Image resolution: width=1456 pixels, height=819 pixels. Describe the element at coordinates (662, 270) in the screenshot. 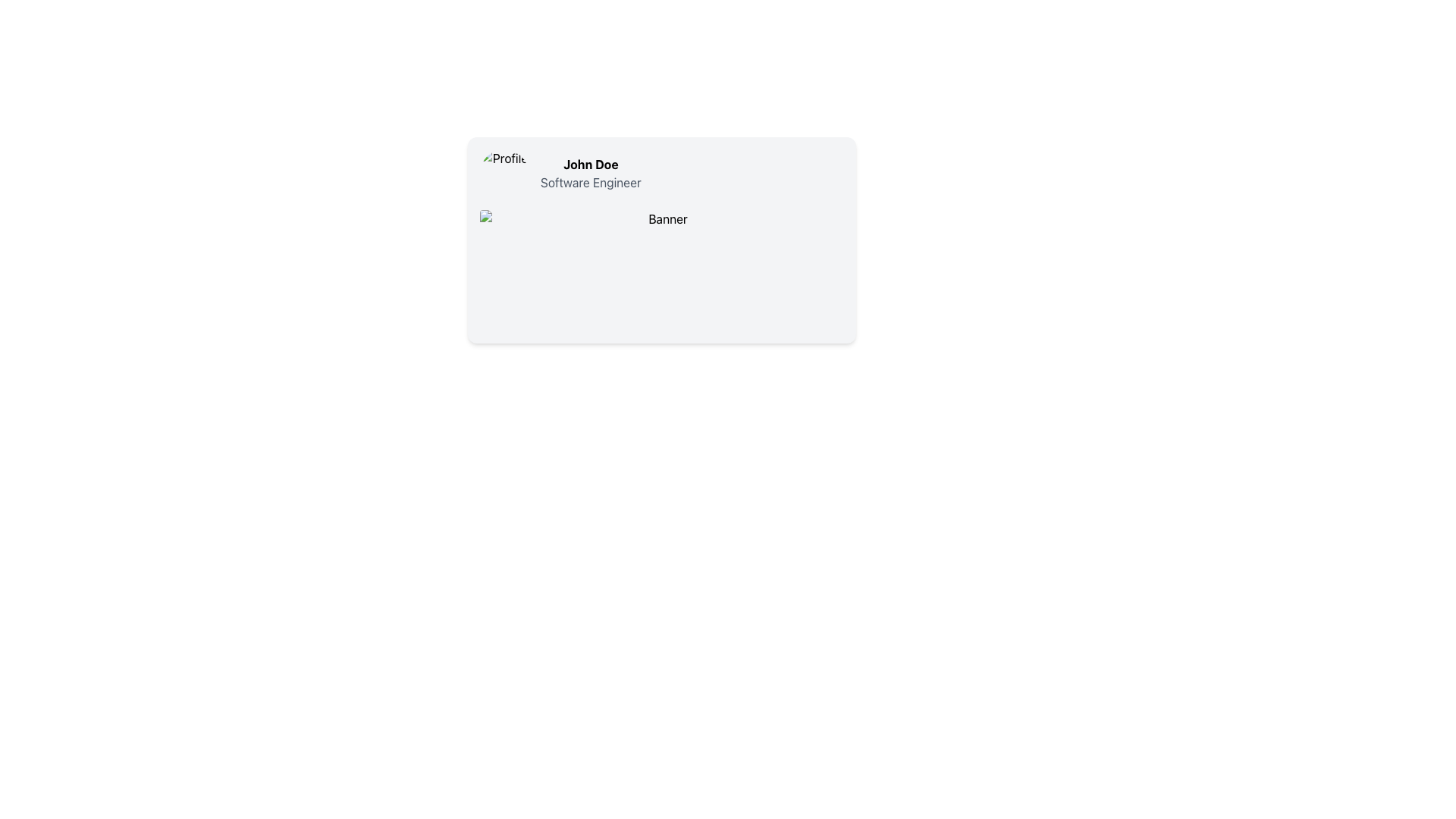

I see `the large placeholder banner image element displaying 'Banner' at its center to view options` at that location.